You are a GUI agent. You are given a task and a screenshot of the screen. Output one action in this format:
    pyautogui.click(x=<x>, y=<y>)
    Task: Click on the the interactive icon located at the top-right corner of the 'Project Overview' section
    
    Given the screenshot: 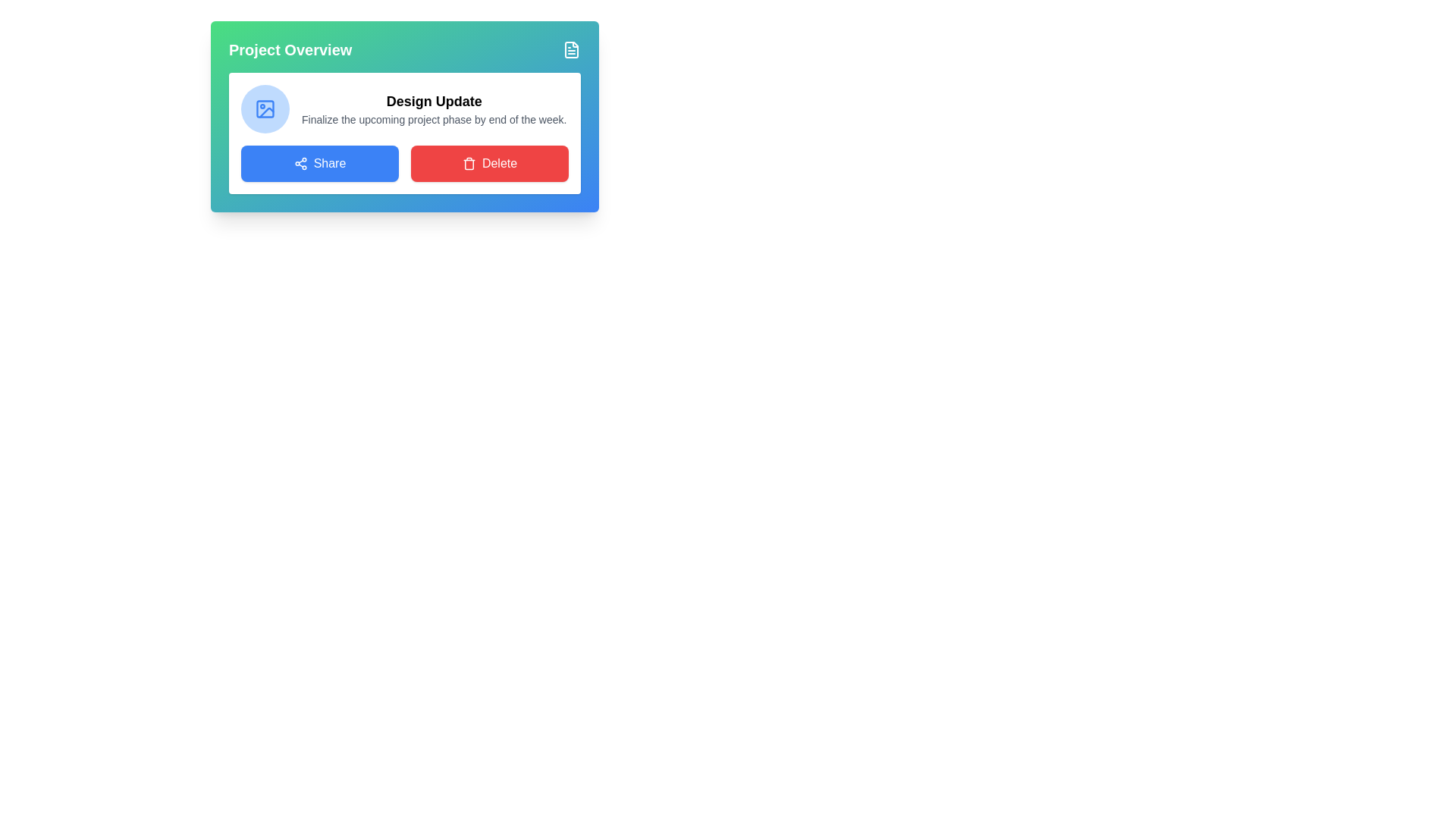 What is the action you would take?
    pyautogui.click(x=570, y=49)
    